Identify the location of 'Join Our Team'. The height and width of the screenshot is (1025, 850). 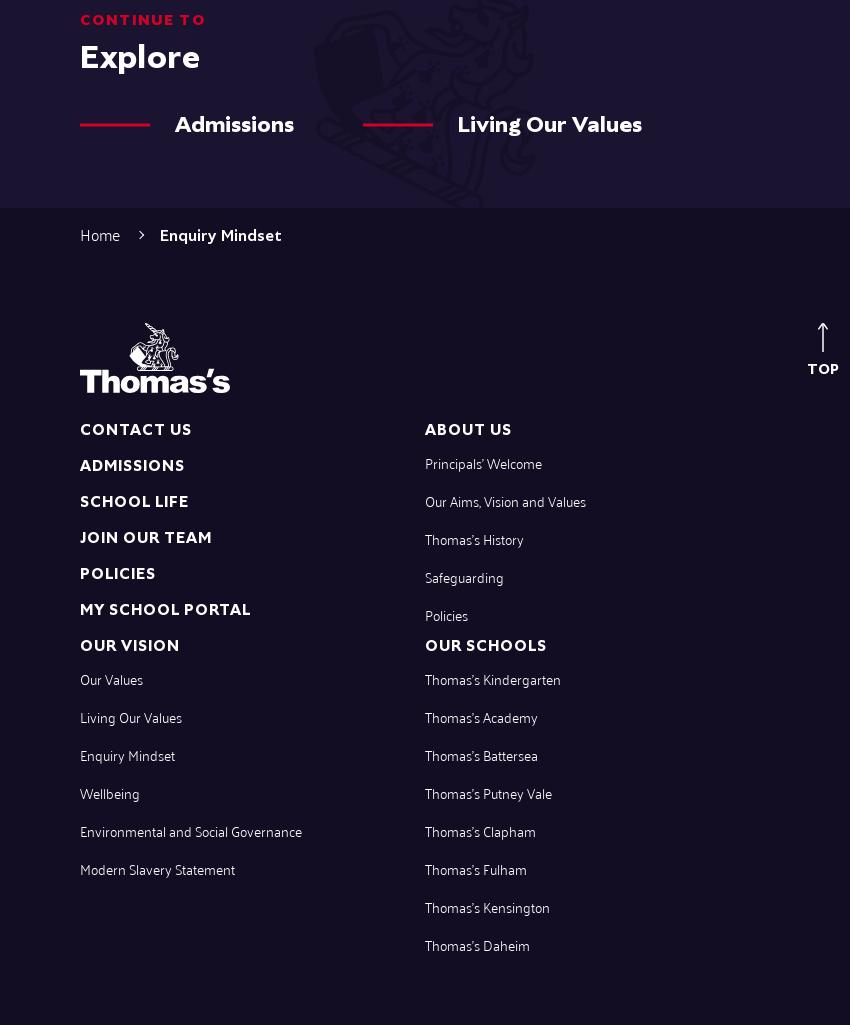
(79, 537).